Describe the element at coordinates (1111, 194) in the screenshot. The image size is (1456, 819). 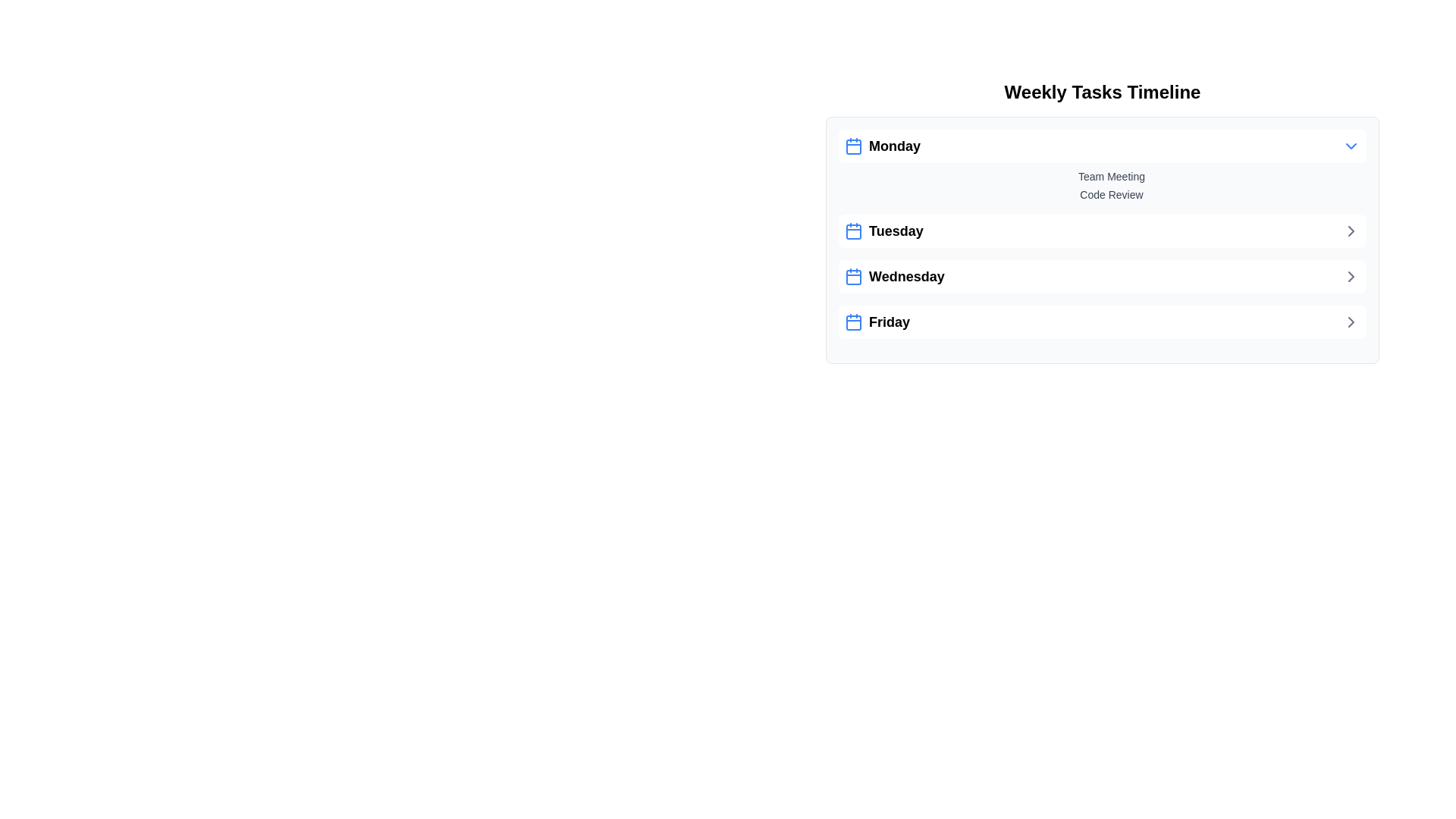
I see `text label saying 'Code Review' that is styled in a small, muted gray font, located beneath 'Team Meeting' in the Monday section of the Weekly Tasks Timeline` at that location.